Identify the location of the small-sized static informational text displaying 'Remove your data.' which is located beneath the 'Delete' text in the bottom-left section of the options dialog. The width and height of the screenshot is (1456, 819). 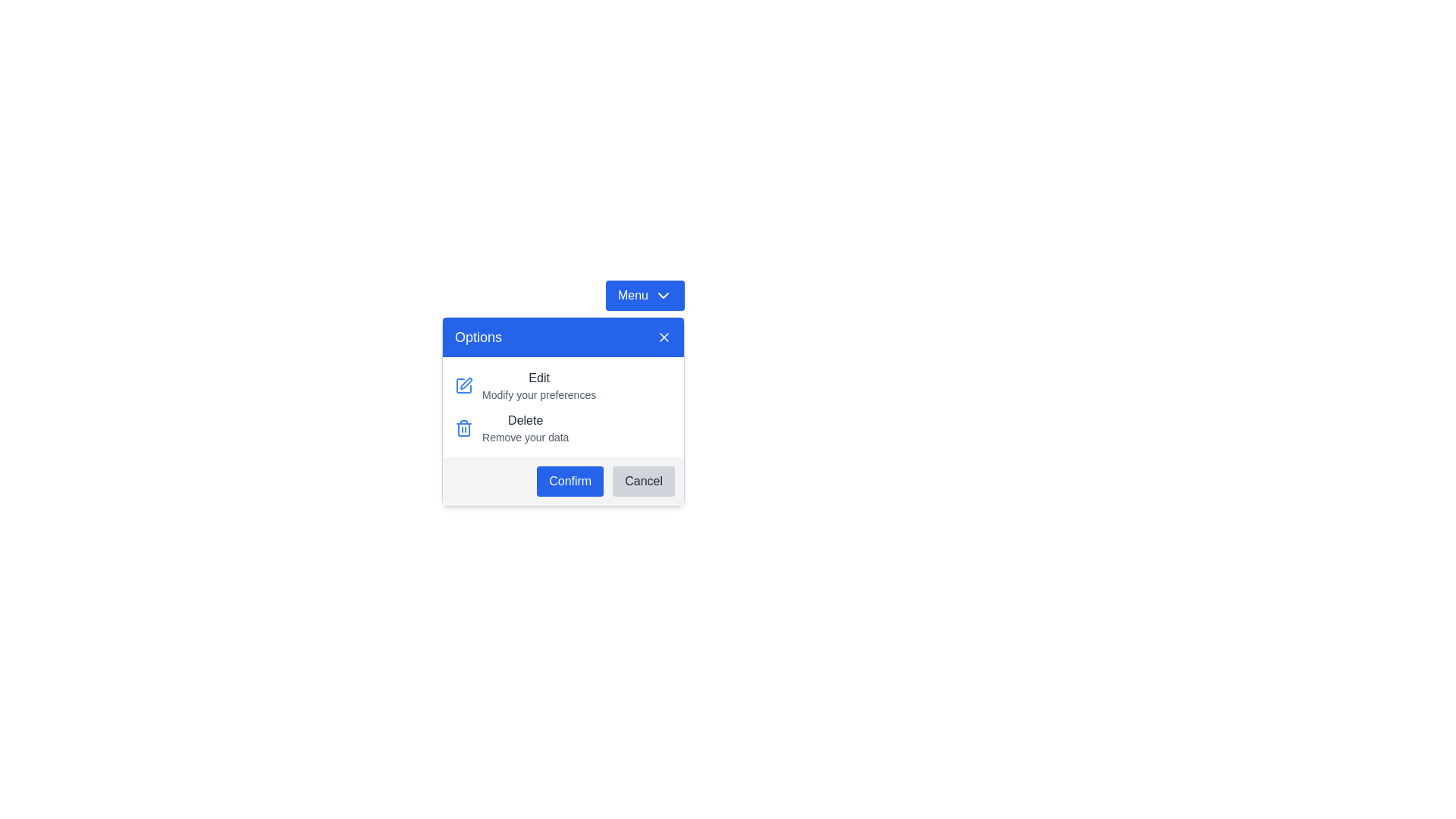
(526, 438).